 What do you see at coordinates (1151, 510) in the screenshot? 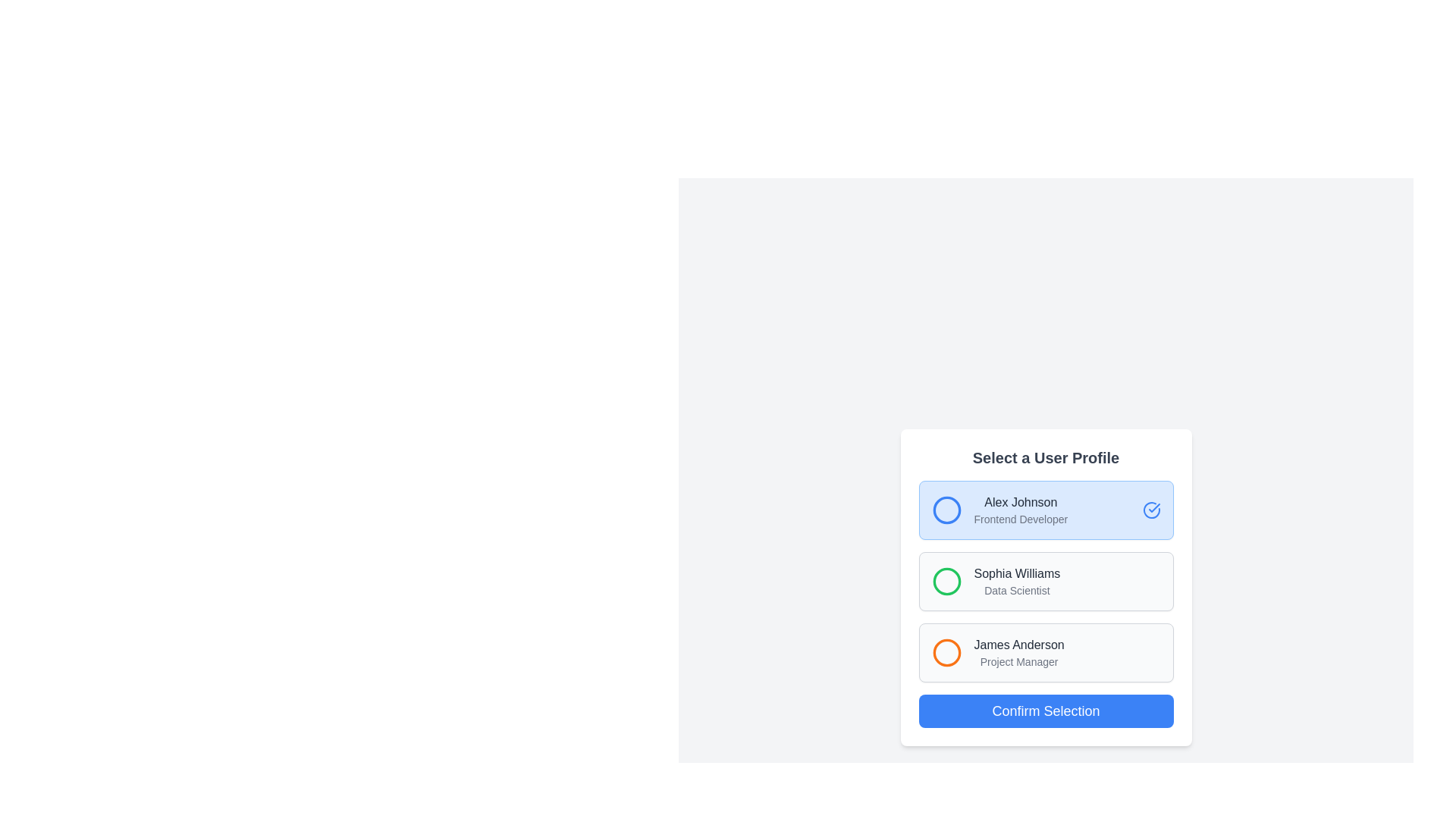
I see `the blue circular segment of the checkmark icon located to the right of the 'Alex Johnson' selection entry in the user profiles list` at bounding box center [1151, 510].